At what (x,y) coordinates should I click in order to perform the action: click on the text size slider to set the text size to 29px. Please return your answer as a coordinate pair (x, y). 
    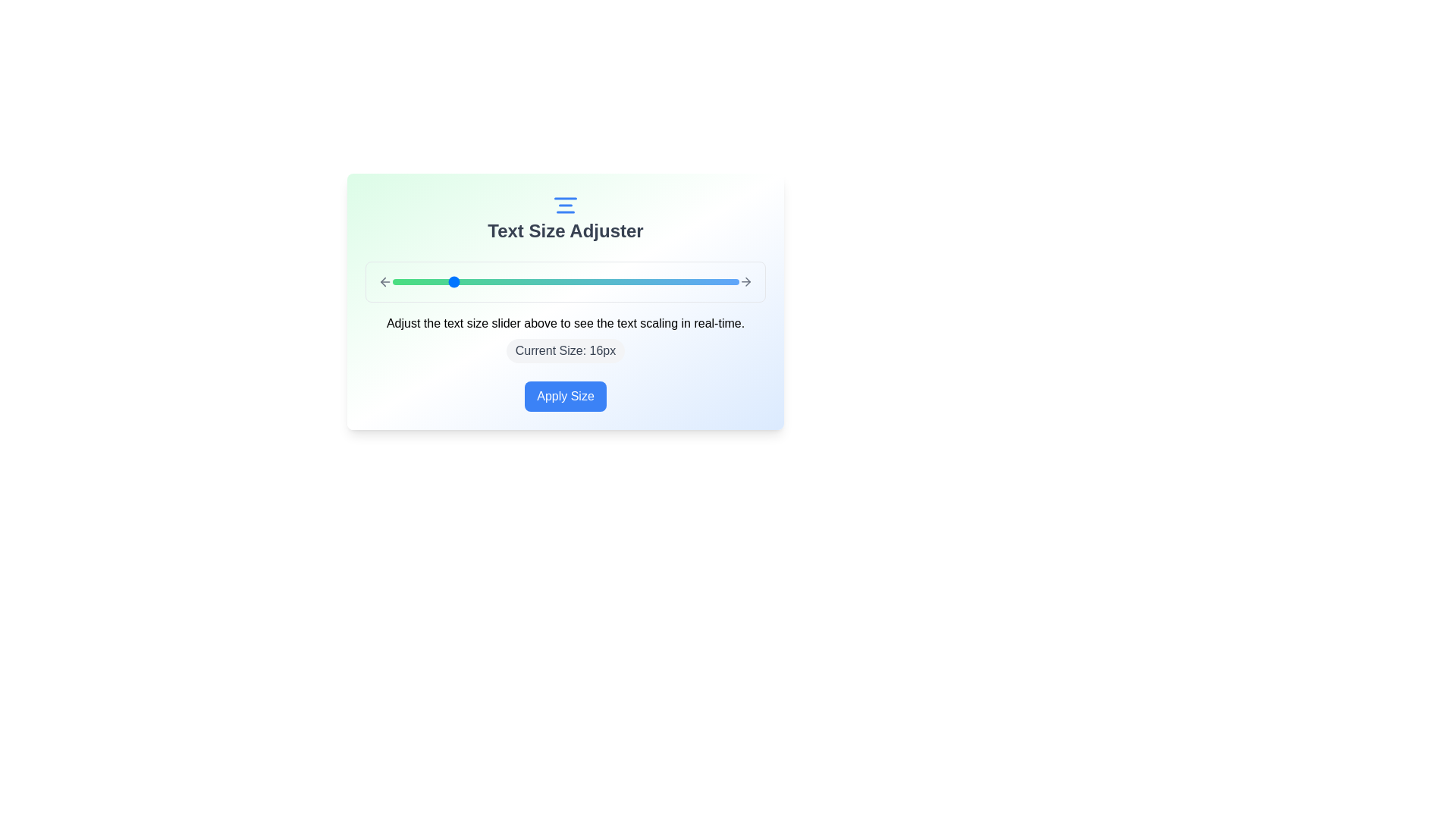
    Looking at the image, I should click on (638, 281).